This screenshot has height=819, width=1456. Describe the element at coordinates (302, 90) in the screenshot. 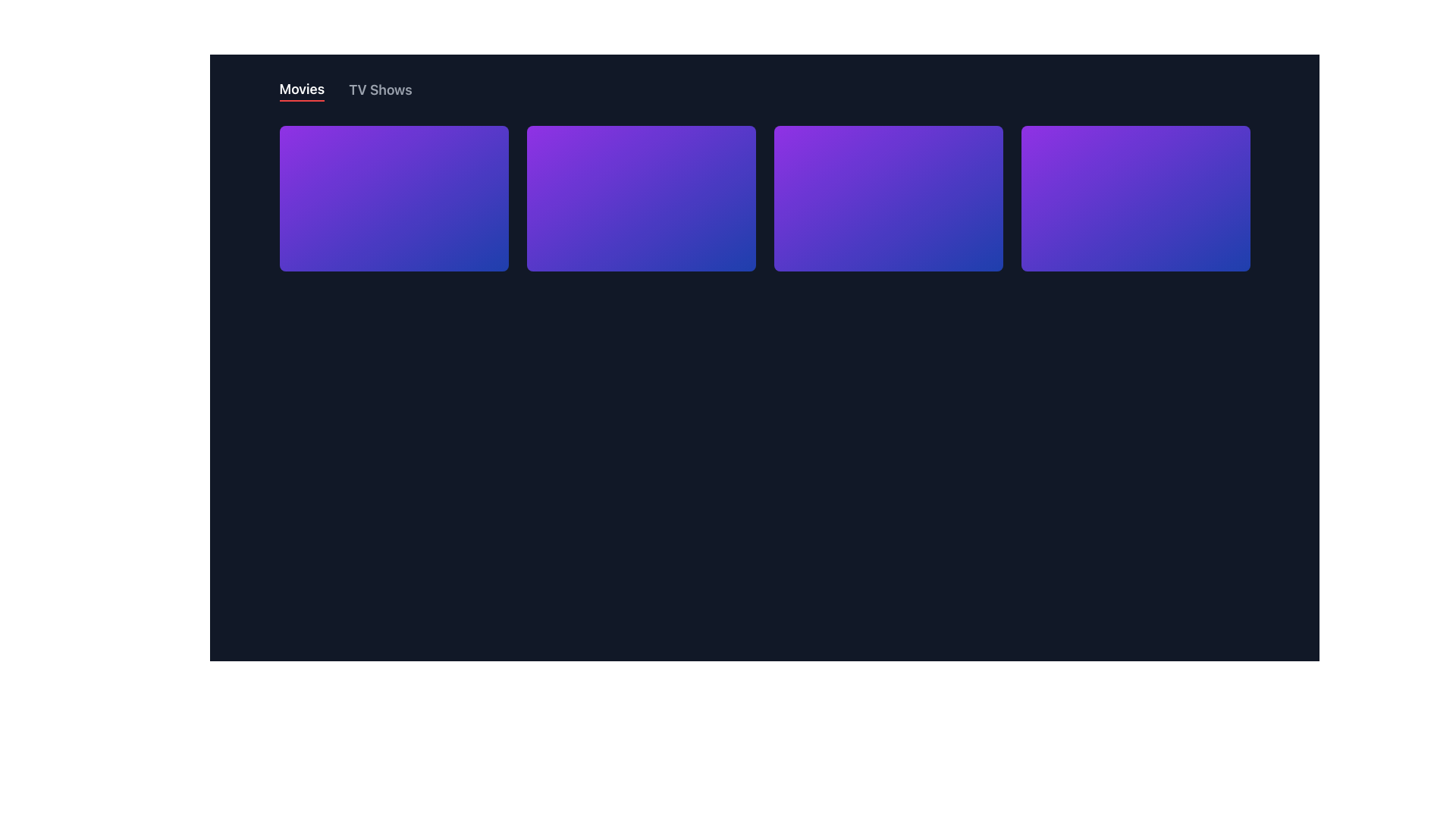

I see `the 'Movies' label, which is styled in bold white font with a red underline` at that location.